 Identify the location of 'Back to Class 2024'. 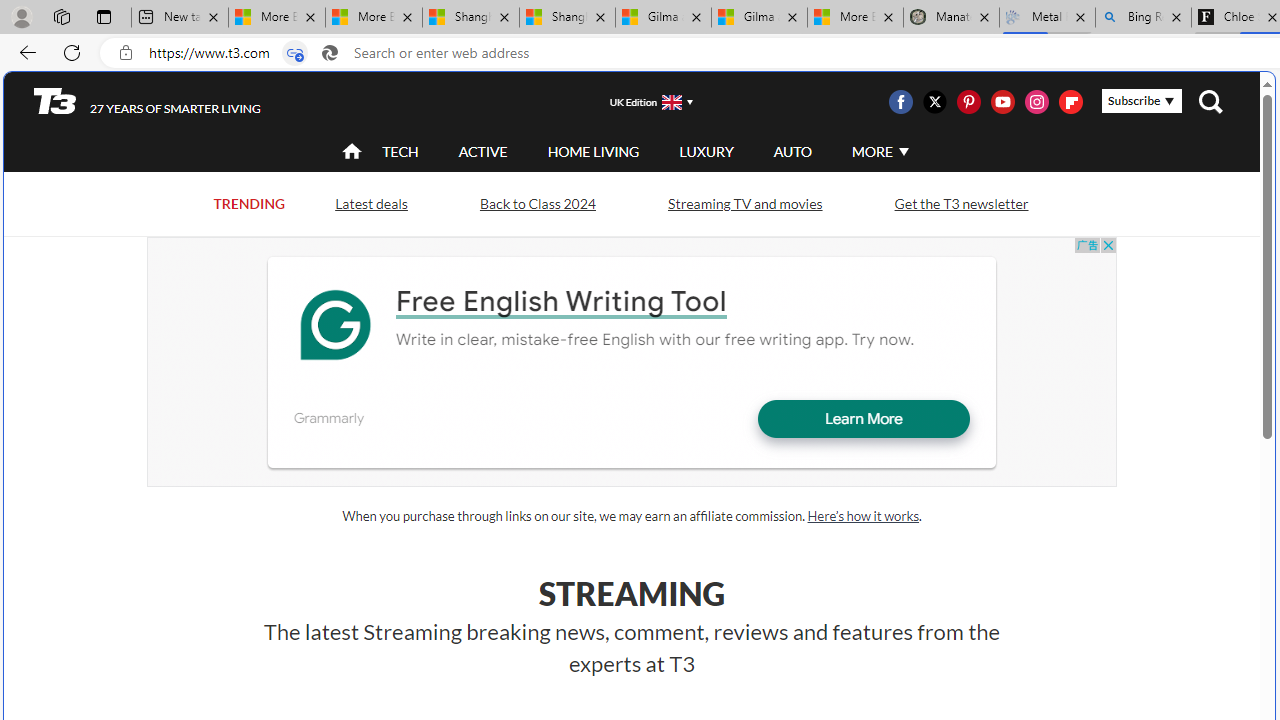
(537, 204).